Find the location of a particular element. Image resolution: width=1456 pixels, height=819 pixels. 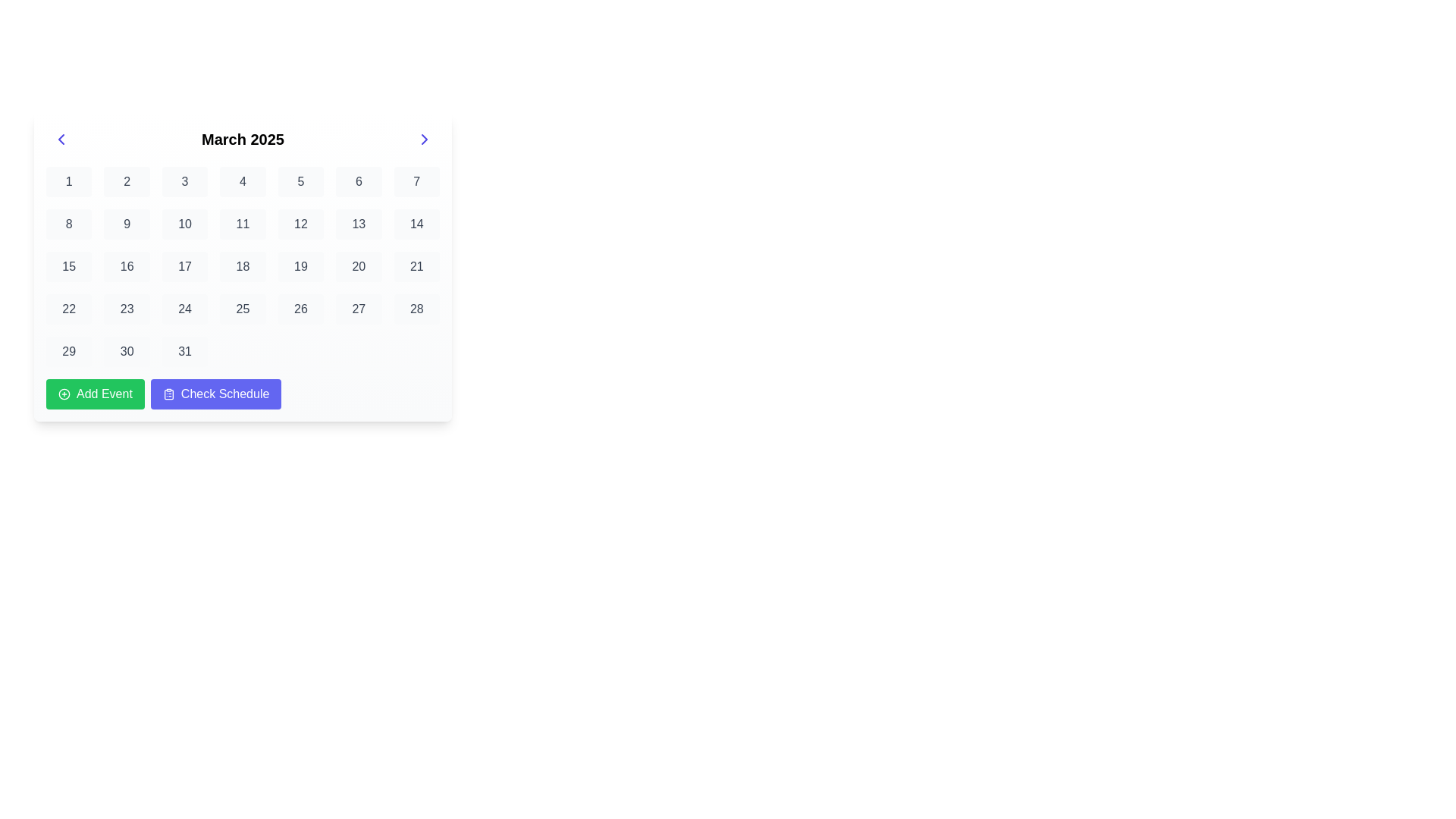

the navigation button to move to the previous month in the calendar view, positioned to the left of the 'March 2025' text is located at coordinates (61, 140).